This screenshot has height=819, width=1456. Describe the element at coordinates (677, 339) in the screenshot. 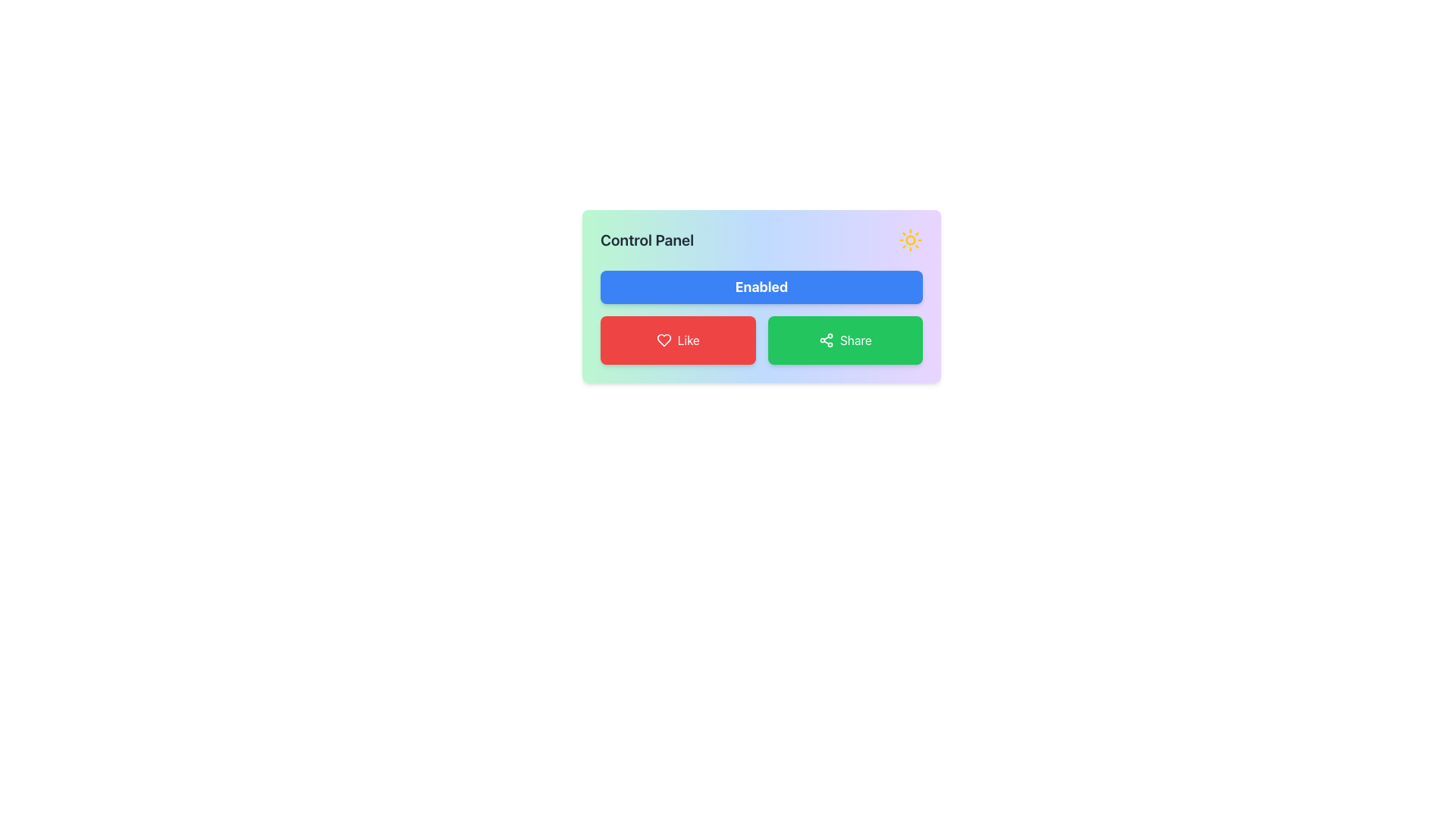

I see `the 'Like' button, which has a red background, a heart icon, and white text located in the lower left corner of the grid` at that location.